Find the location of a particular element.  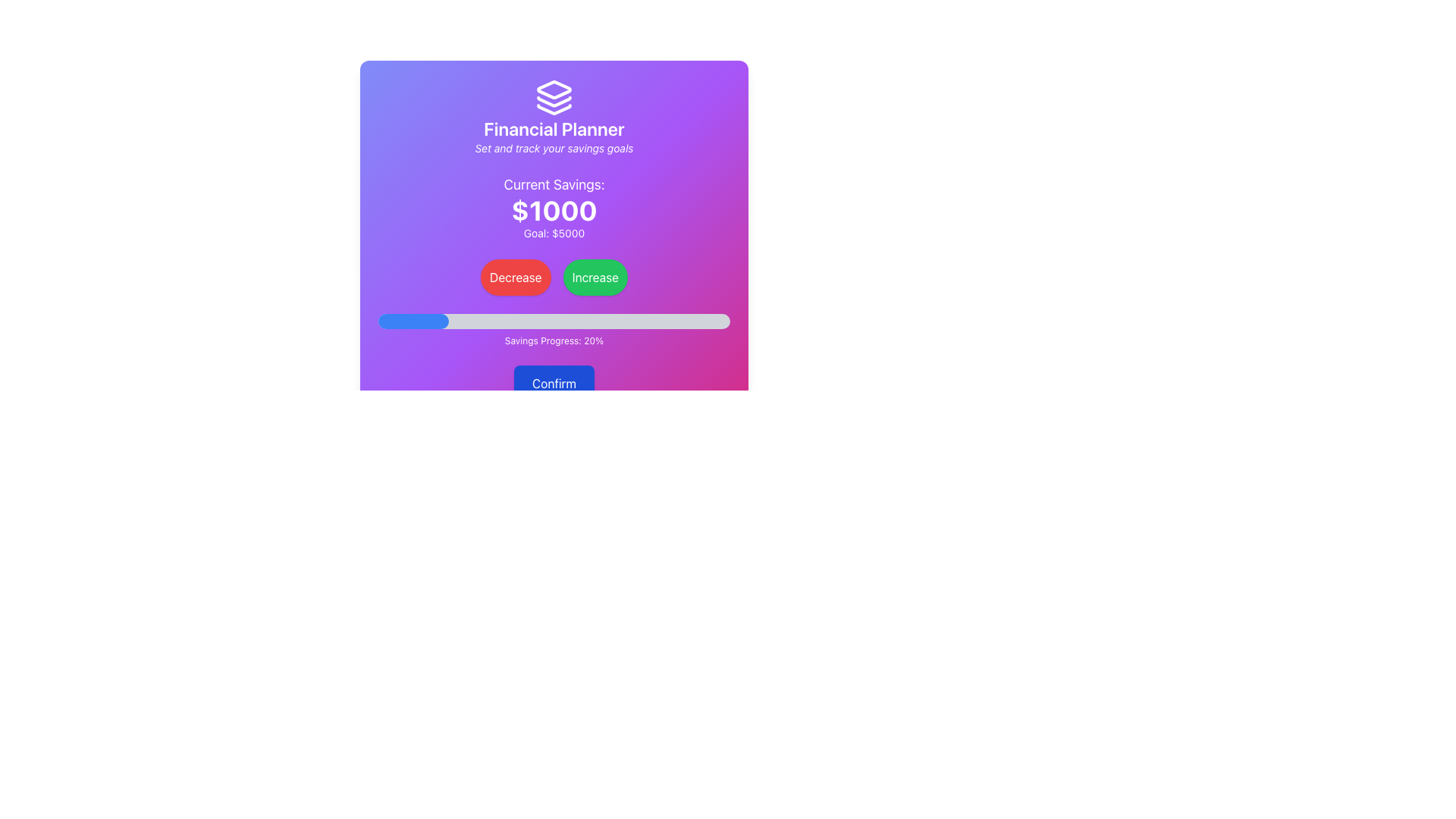

the decorative graphic symbol that visually represents layers or hierarchy in the financial planning application, located centrally above the 'Financial Planner' text is located at coordinates (553, 89).